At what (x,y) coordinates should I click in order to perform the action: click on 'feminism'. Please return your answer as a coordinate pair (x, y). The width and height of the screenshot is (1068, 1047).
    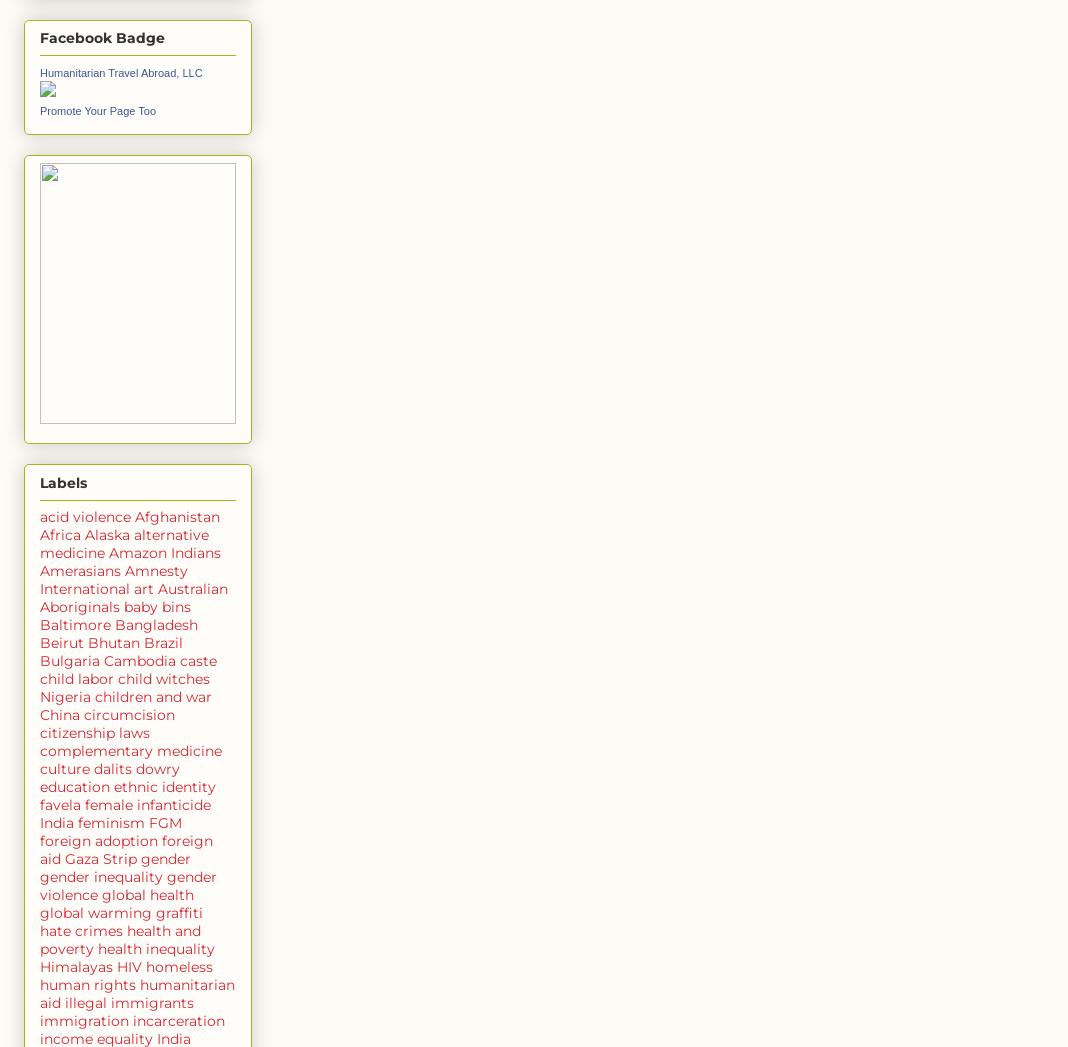
    Looking at the image, I should click on (76, 821).